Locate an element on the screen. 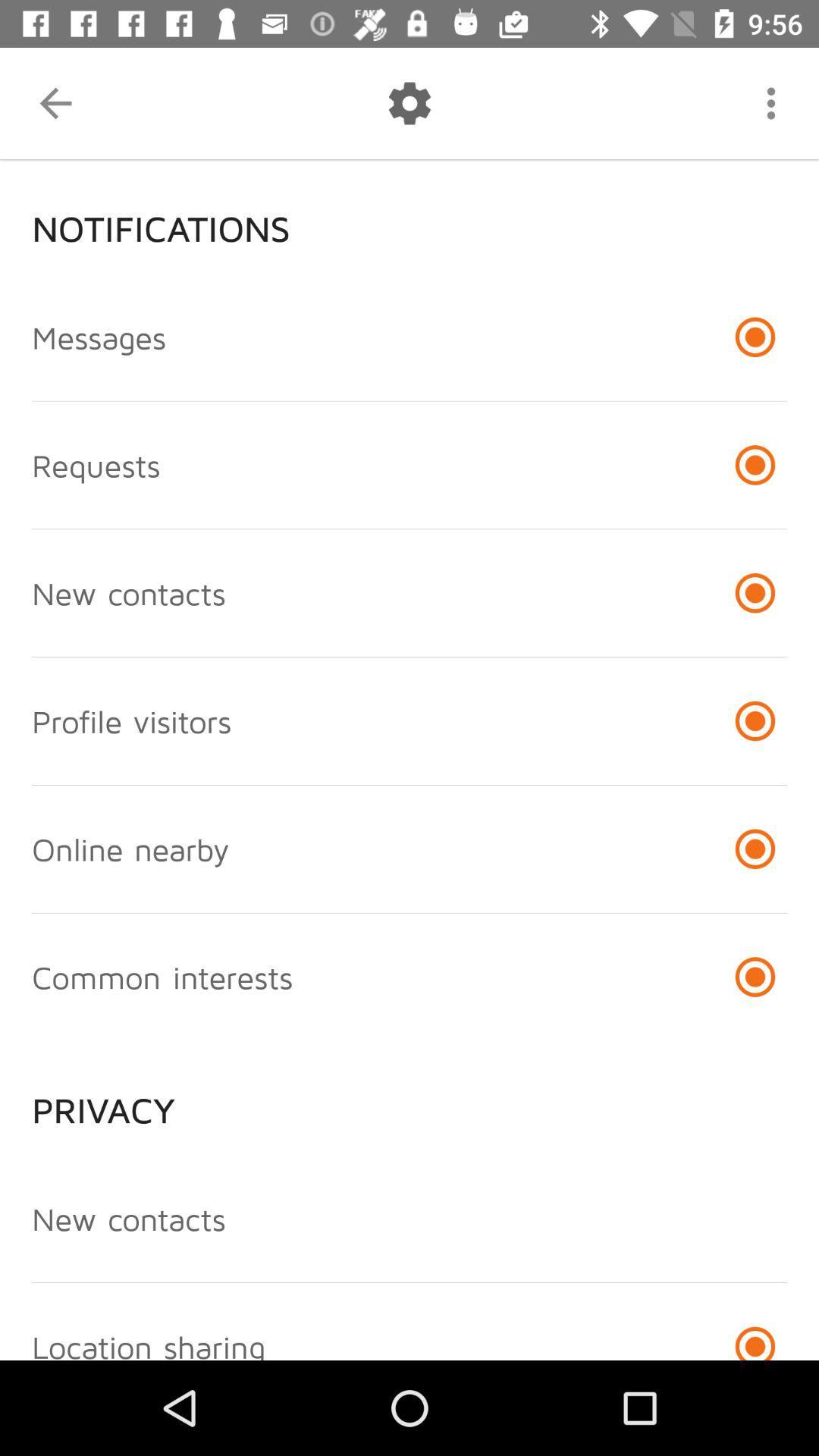  location sharing is located at coordinates (149, 1344).